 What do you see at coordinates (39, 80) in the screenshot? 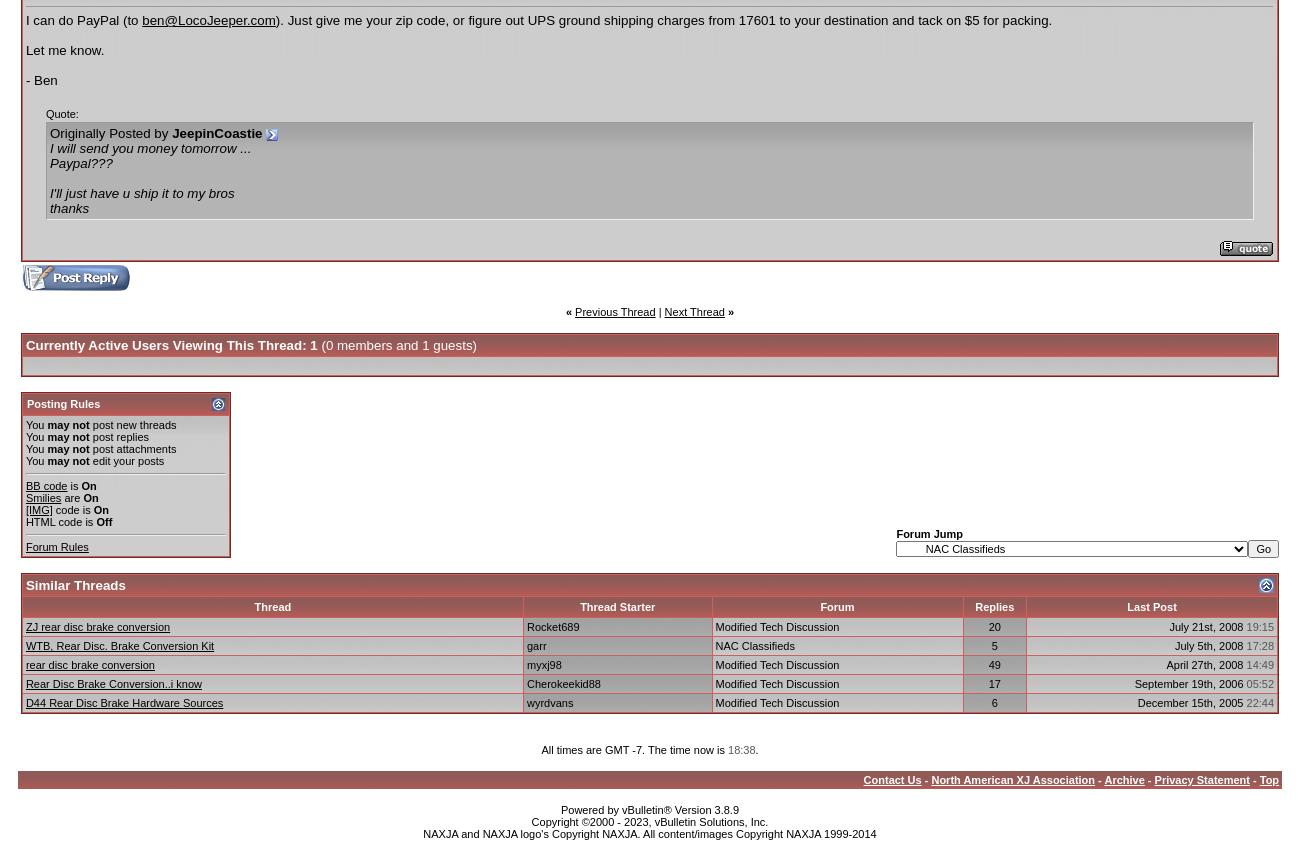
I see `'- Ben'` at bounding box center [39, 80].